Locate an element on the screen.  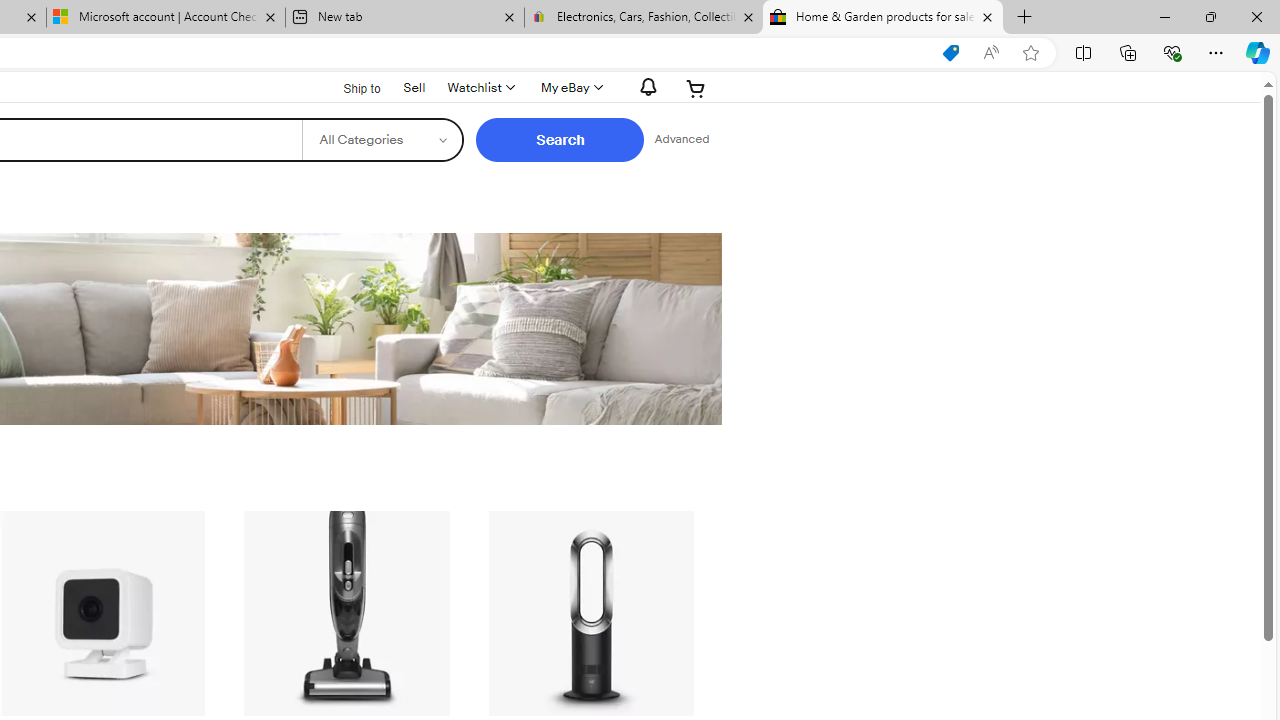
'Split screen' is located at coordinates (1082, 51).